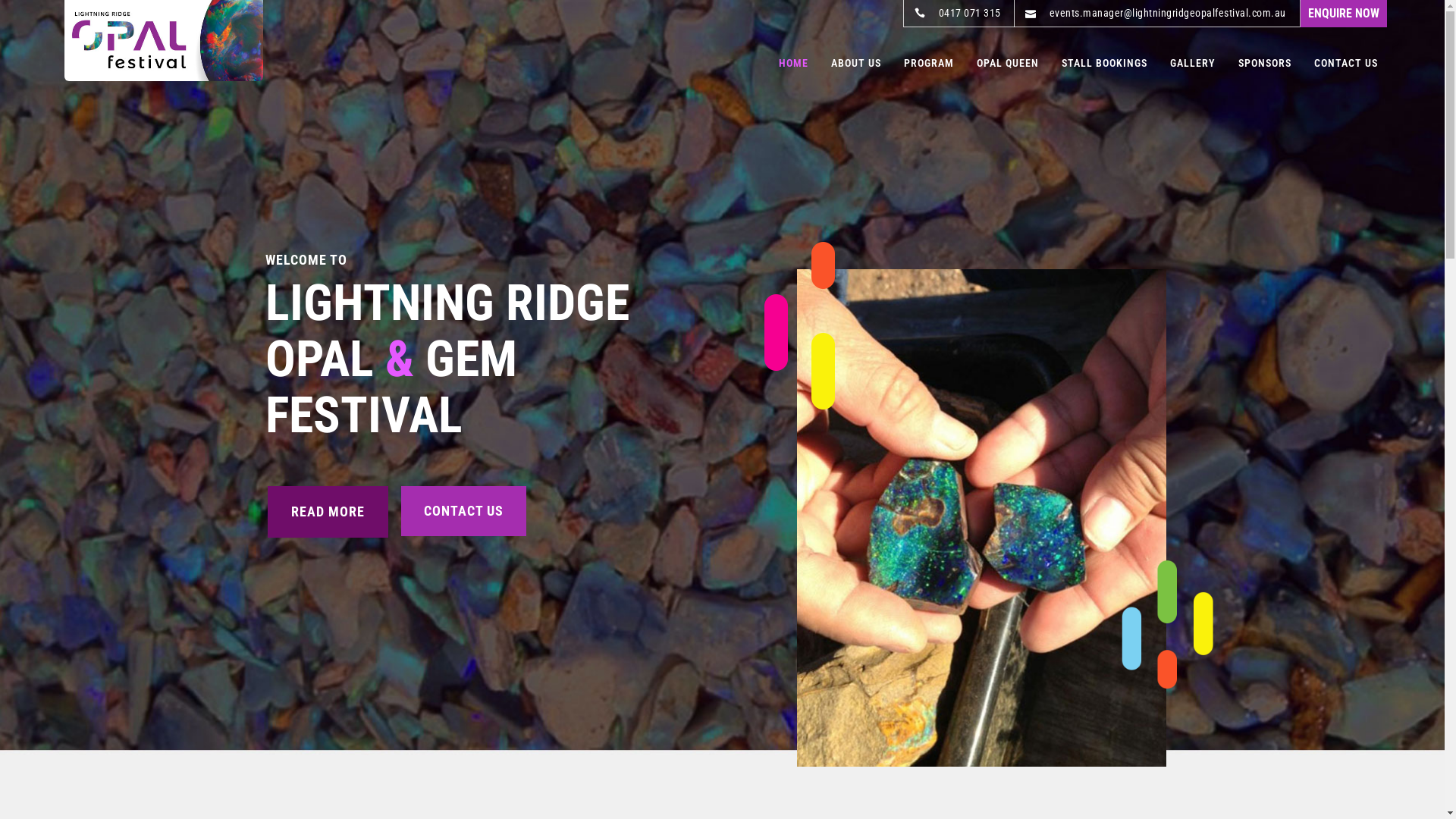 The image size is (1456, 819). What do you see at coordinates (327, 512) in the screenshot?
I see `'READ MORE'` at bounding box center [327, 512].